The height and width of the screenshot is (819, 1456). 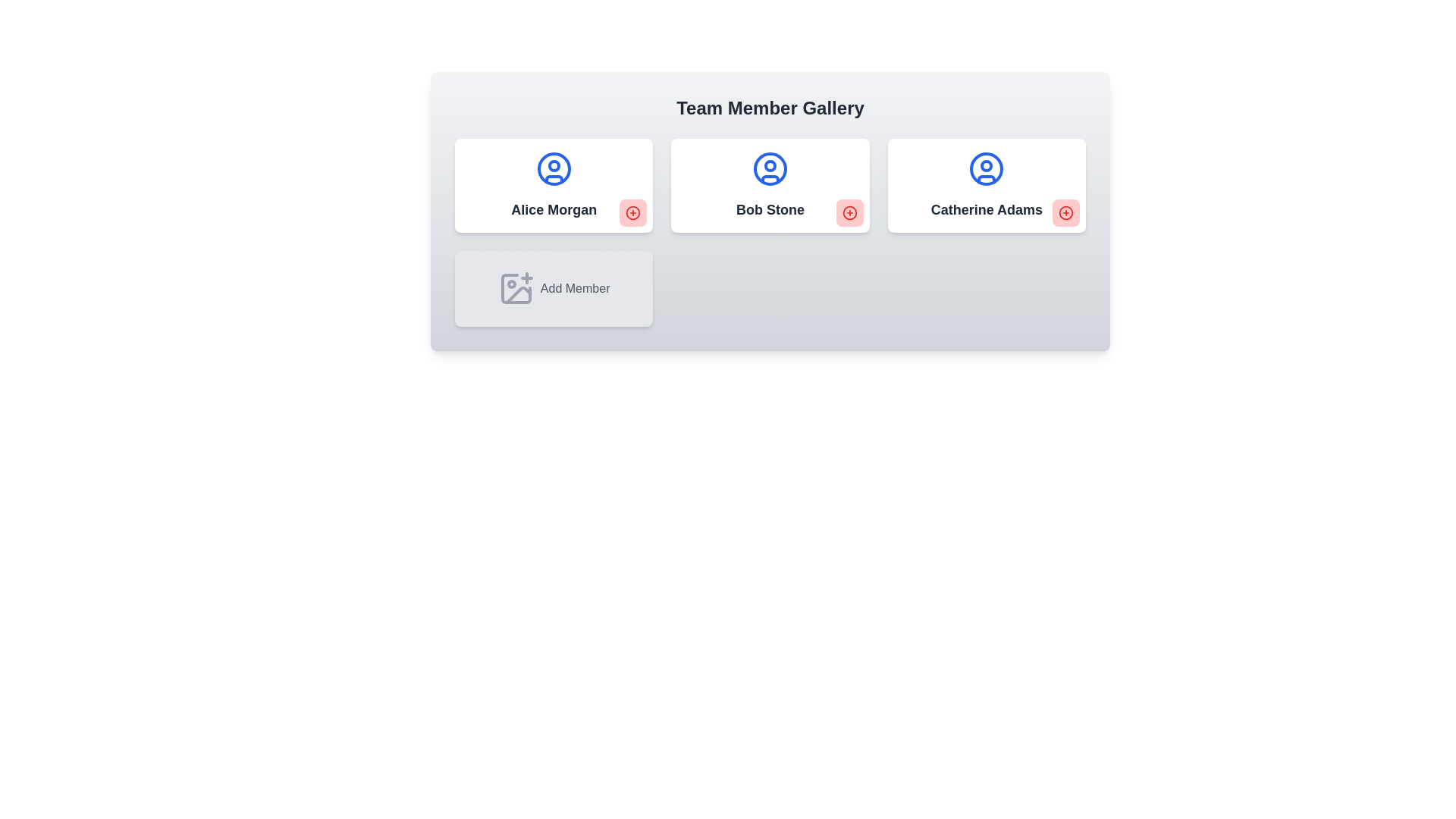 What do you see at coordinates (770, 210) in the screenshot?
I see `the Text Label element displaying 'Bob Stone', which is in bold and centered within a card component, located in the middle position of three horizontally-aligned cards` at bounding box center [770, 210].